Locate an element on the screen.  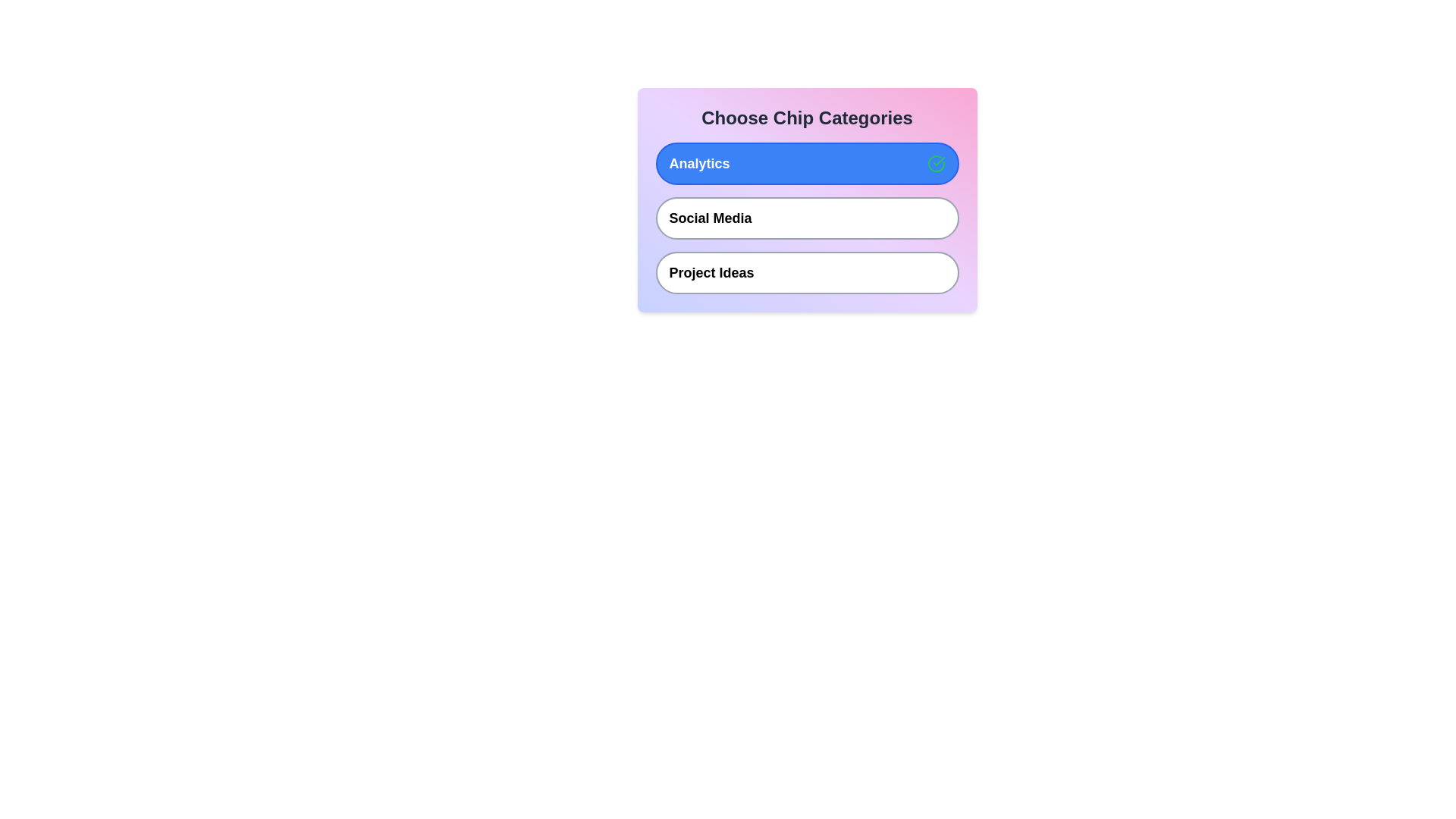
the chip labeled Project Ideas is located at coordinates (806, 271).